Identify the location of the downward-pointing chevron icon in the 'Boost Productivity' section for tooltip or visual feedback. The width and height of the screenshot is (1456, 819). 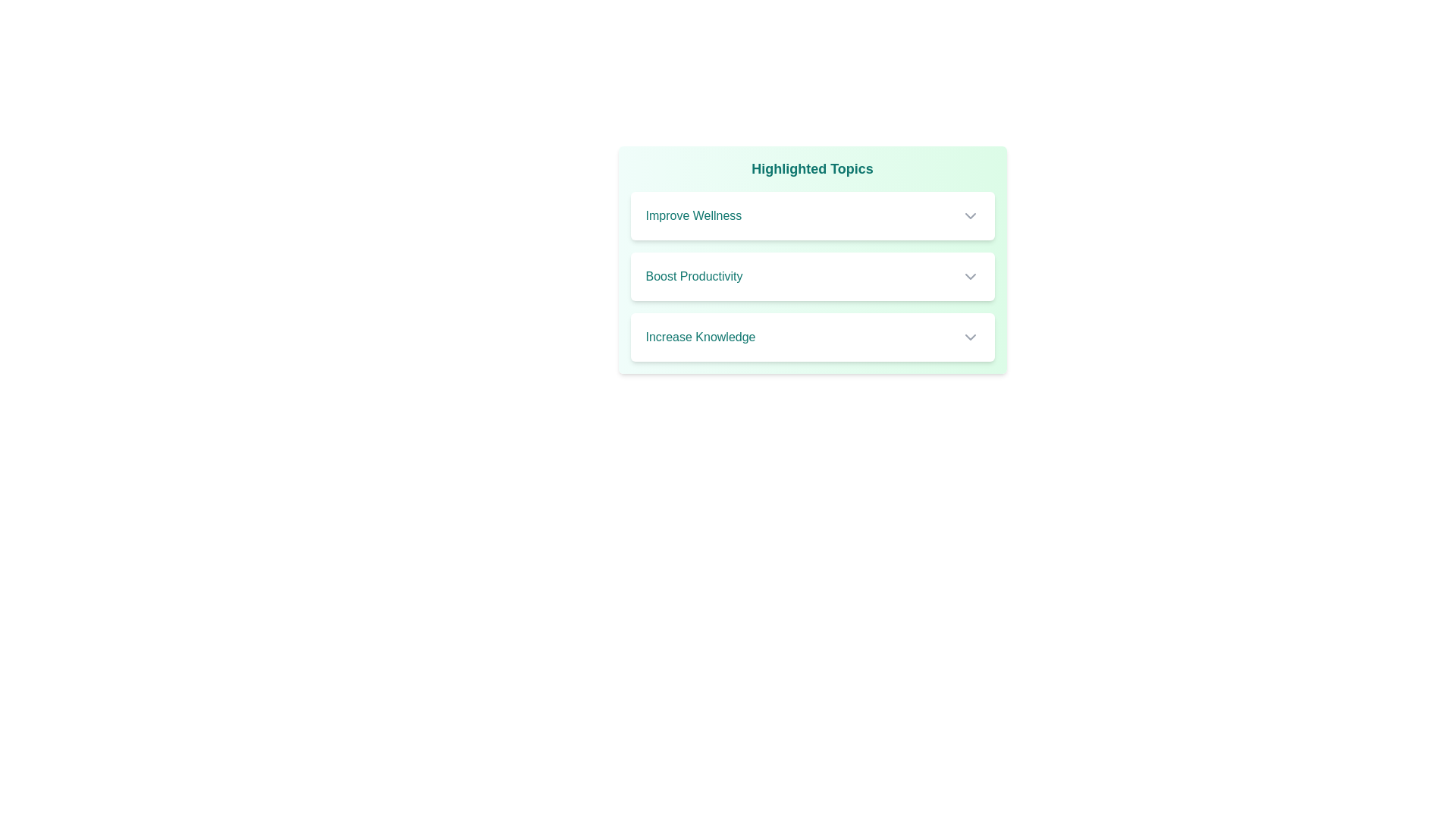
(969, 277).